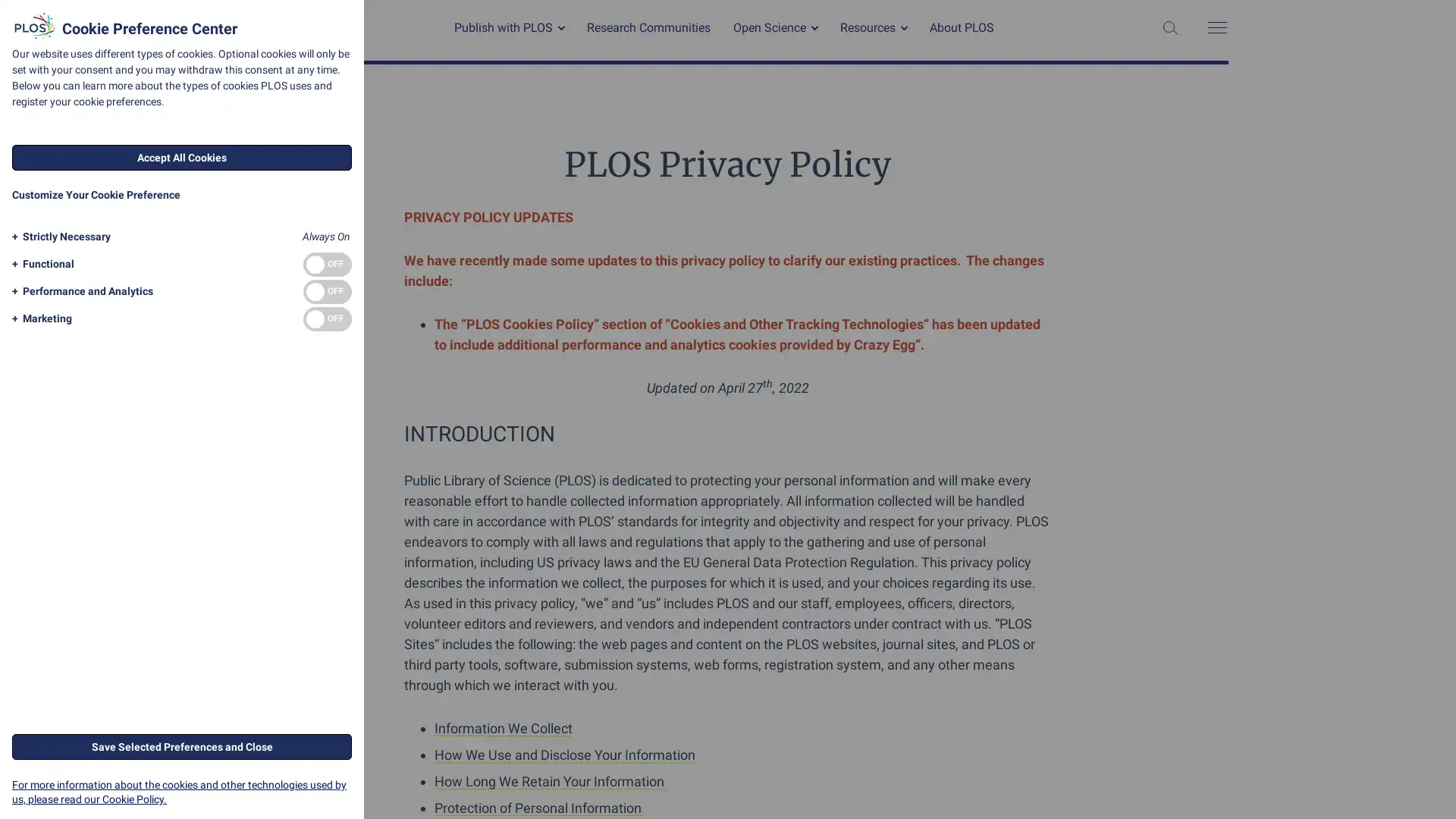 Image resolution: width=1456 pixels, height=819 pixels. Describe the element at coordinates (182, 158) in the screenshot. I see `Accept All Cookies` at that location.